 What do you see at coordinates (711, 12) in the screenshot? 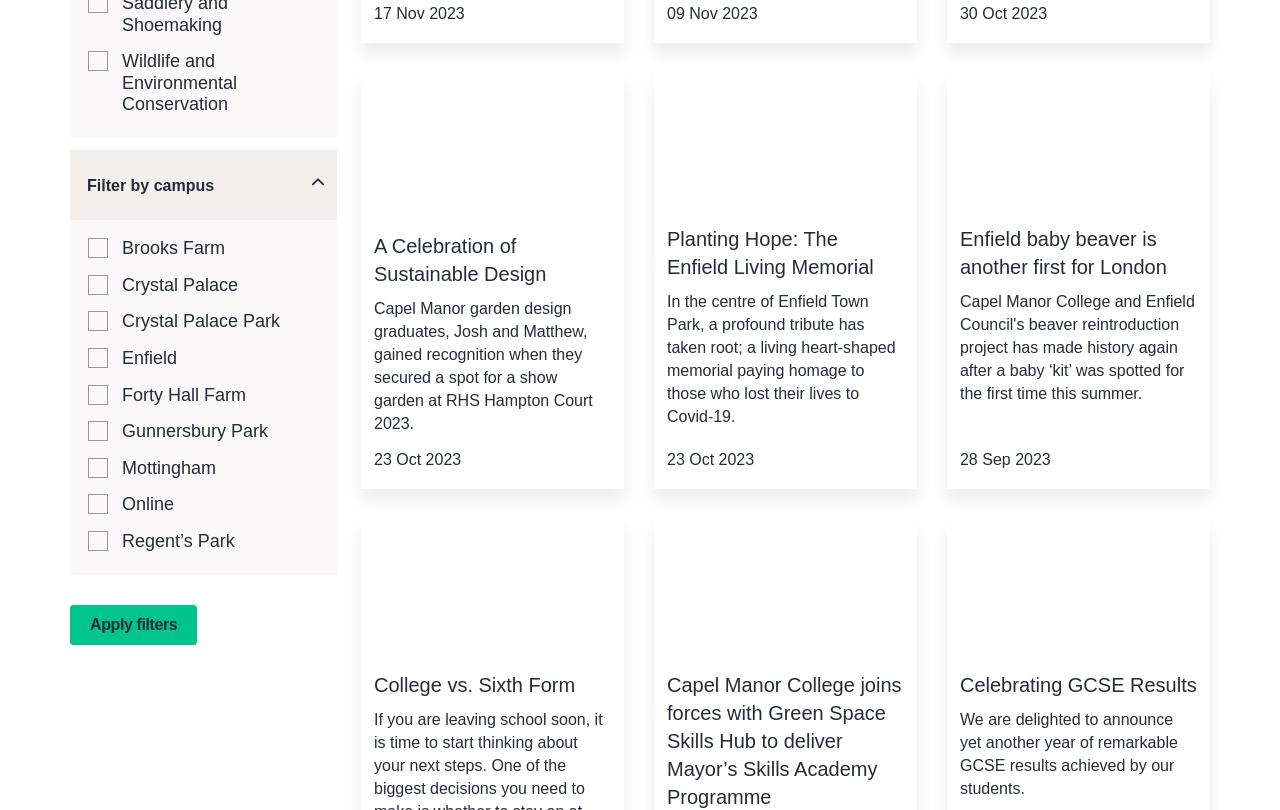
I see `'09 Nov 2023'` at bounding box center [711, 12].